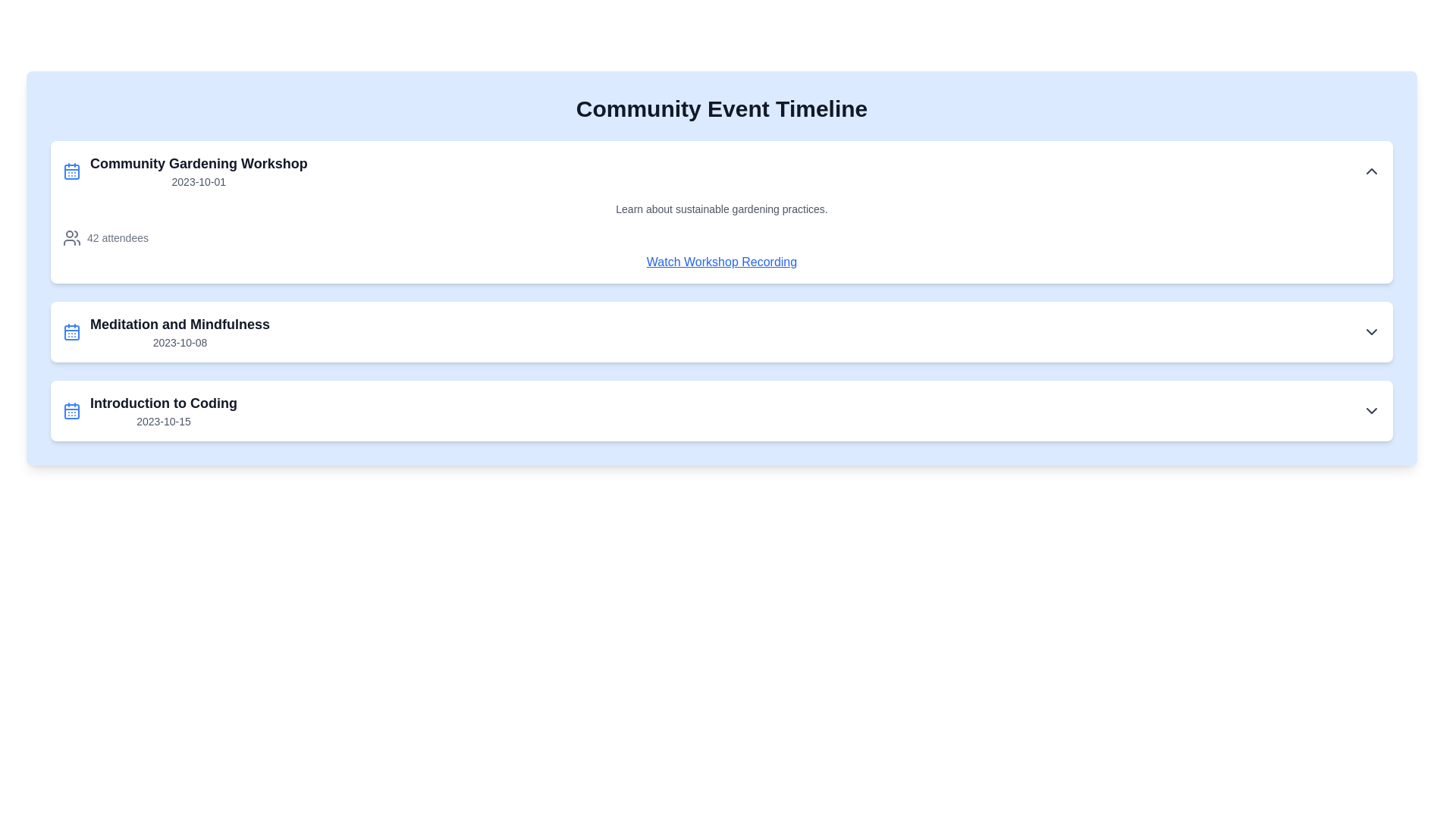  Describe the element at coordinates (71, 331) in the screenshot. I see `the calendar SVG icon located to the left of the 'Meditation and Mindfulness' text, which indicates the event date '2023-10-08' in the second event section` at that location.